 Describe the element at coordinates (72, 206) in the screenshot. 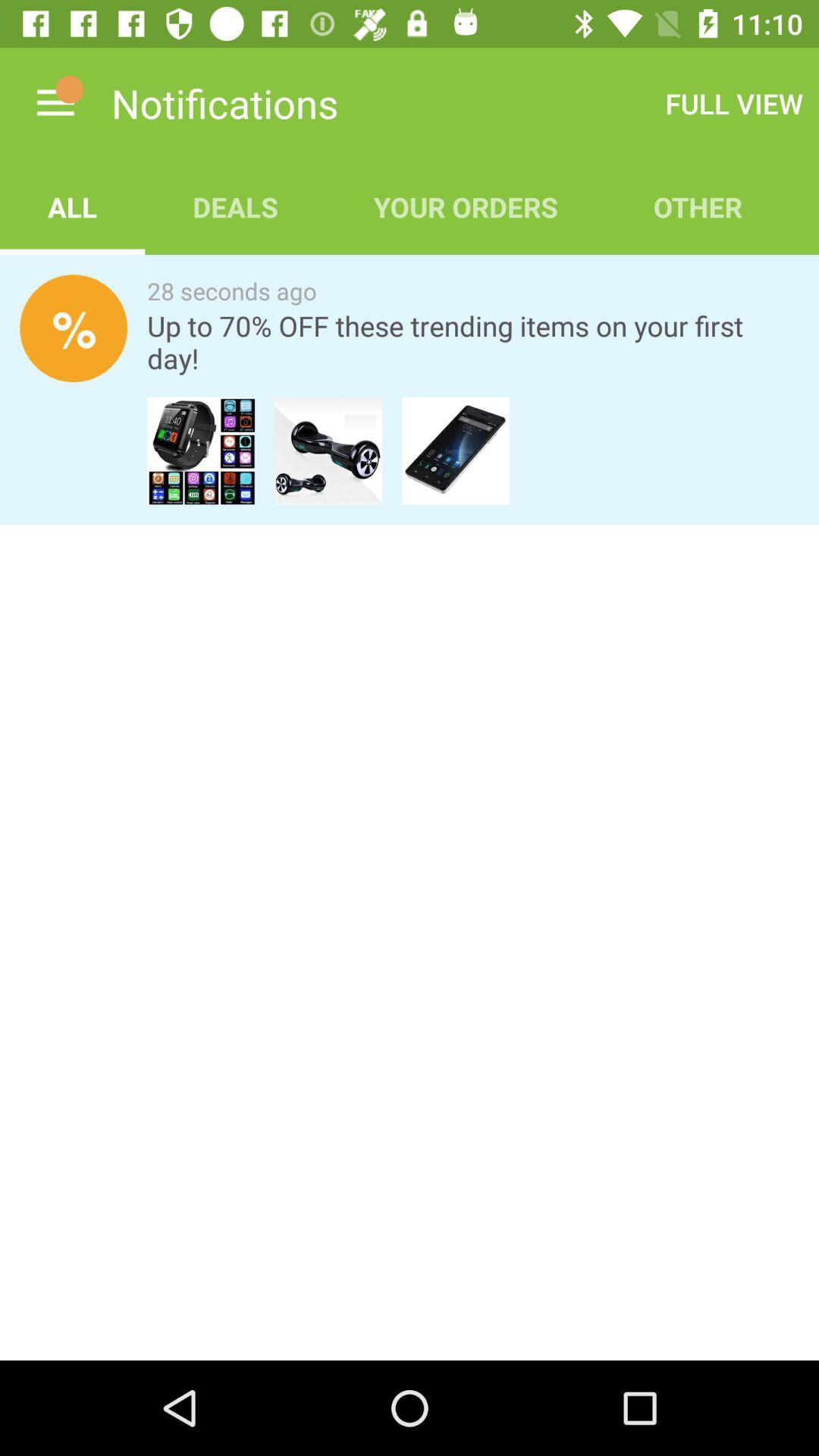

I see `the all` at that location.